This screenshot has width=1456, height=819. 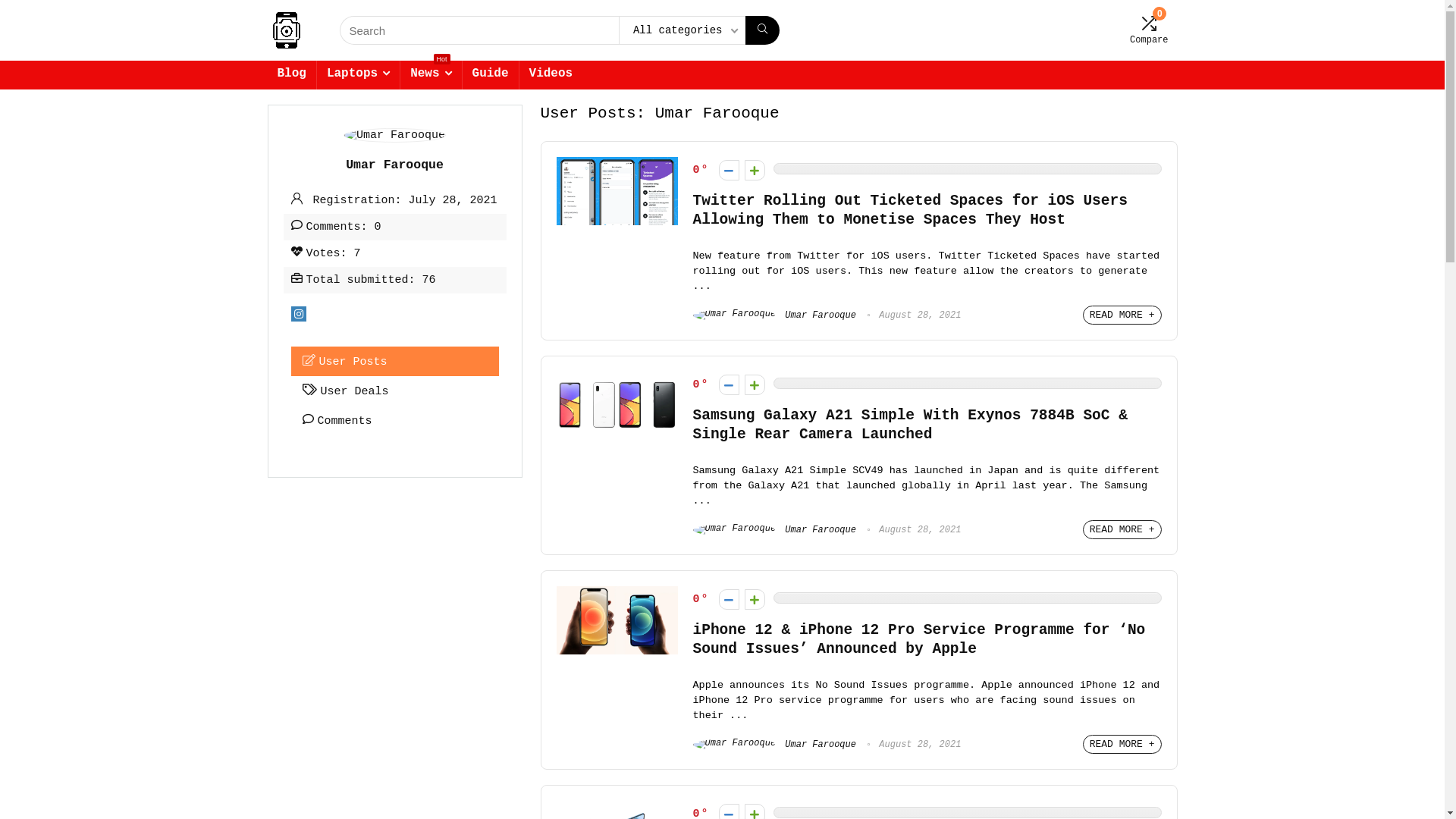 What do you see at coordinates (461, 75) in the screenshot?
I see `'Guide'` at bounding box center [461, 75].